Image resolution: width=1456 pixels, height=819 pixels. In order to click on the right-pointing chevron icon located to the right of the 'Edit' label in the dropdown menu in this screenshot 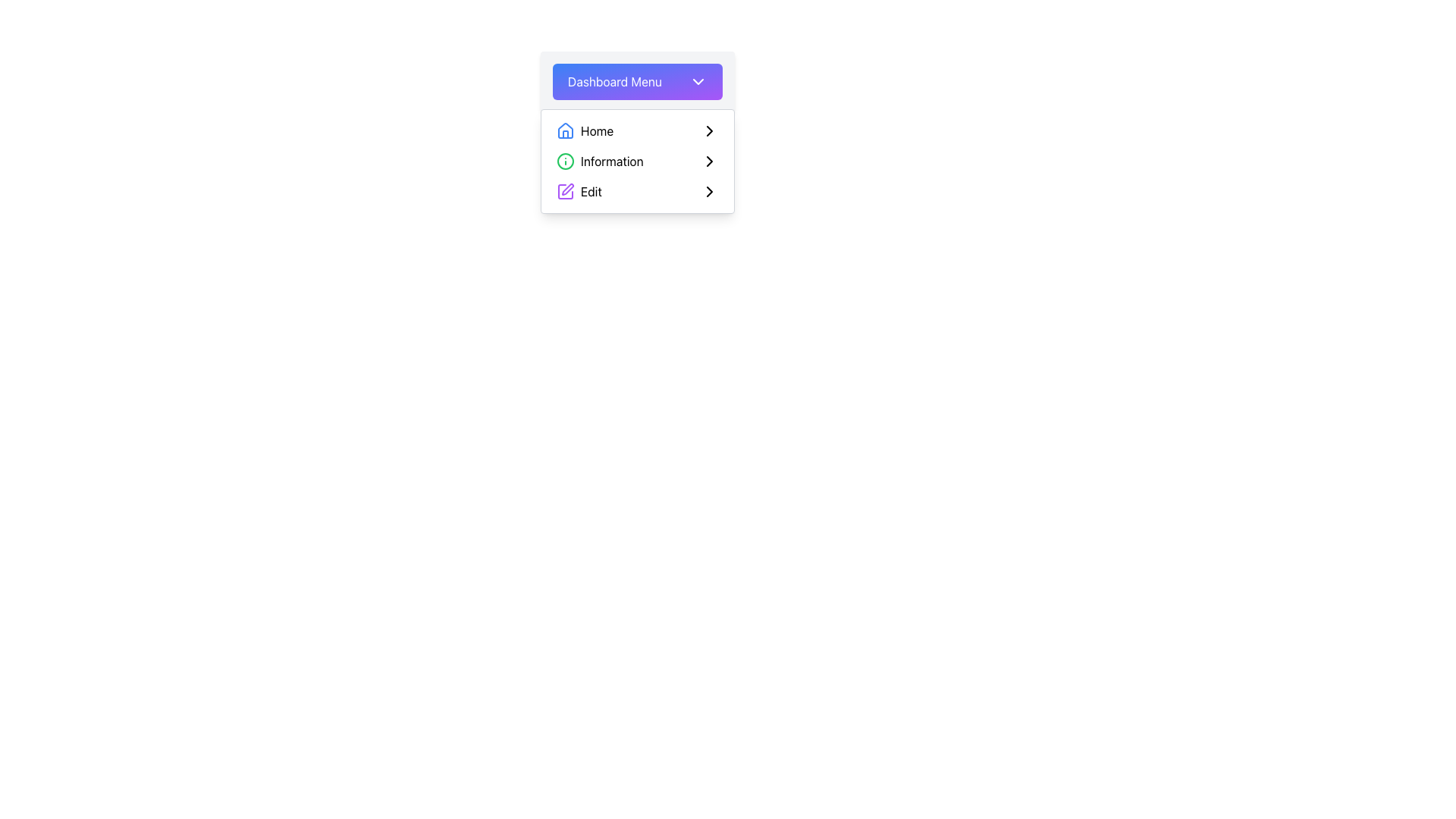, I will do `click(709, 191)`.